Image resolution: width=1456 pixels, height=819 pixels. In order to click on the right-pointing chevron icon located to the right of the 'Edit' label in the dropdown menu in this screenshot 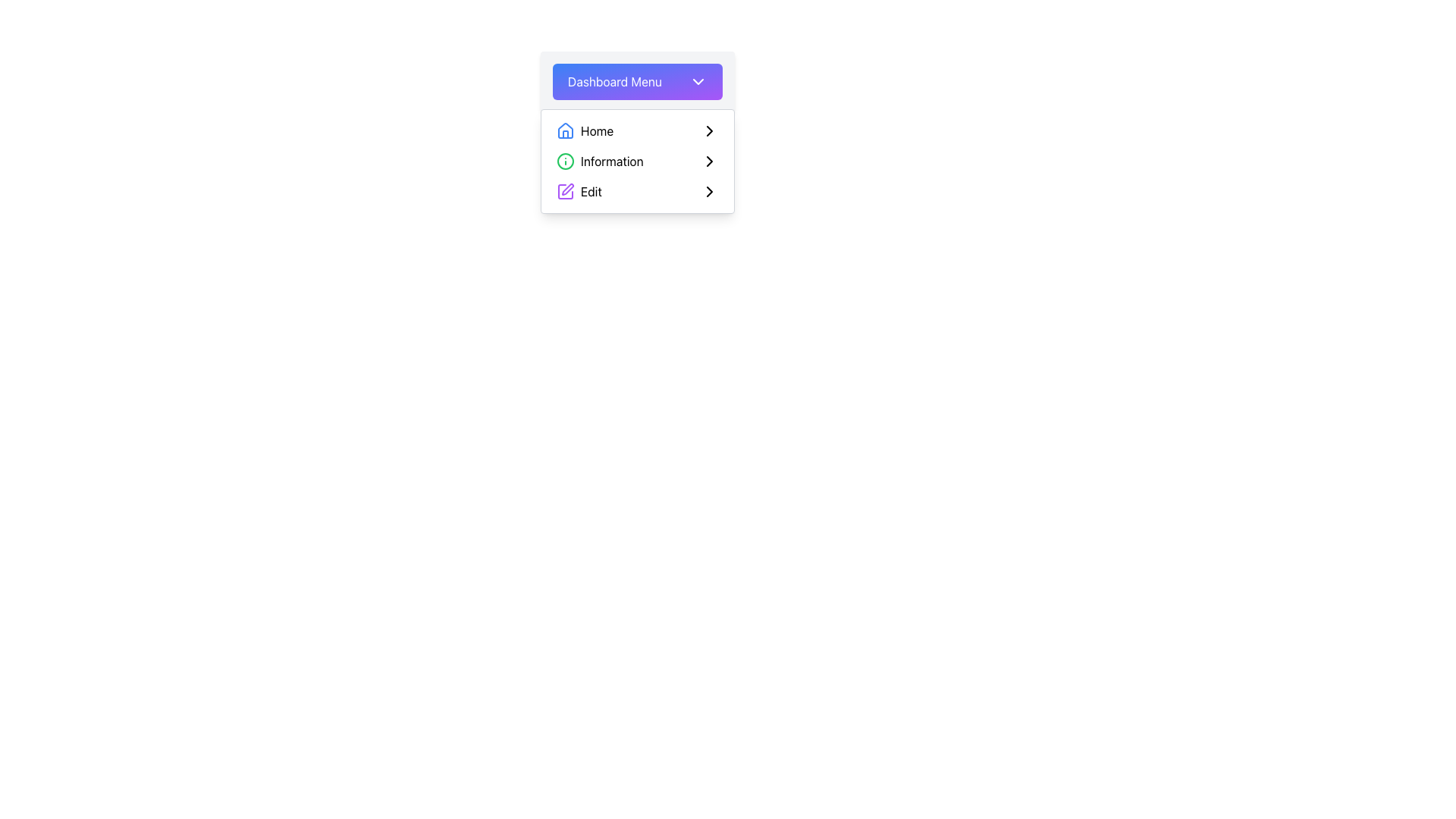, I will do `click(709, 191)`.